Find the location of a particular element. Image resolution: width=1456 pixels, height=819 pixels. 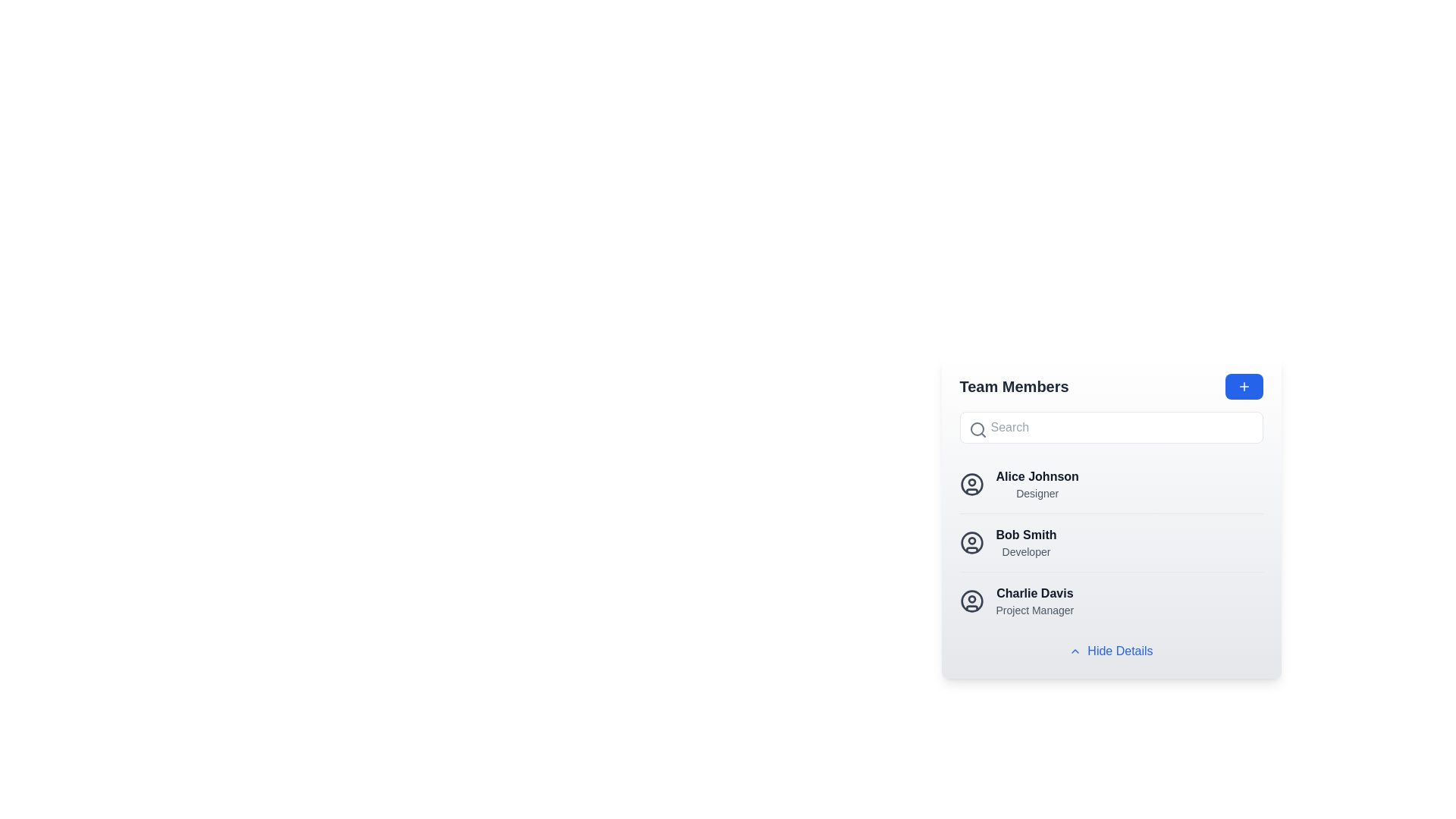

the decorative circle element representing 'Alice Johnson' in the user profile icons within the 'Team Members' panel is located at coordinates (971, 485).